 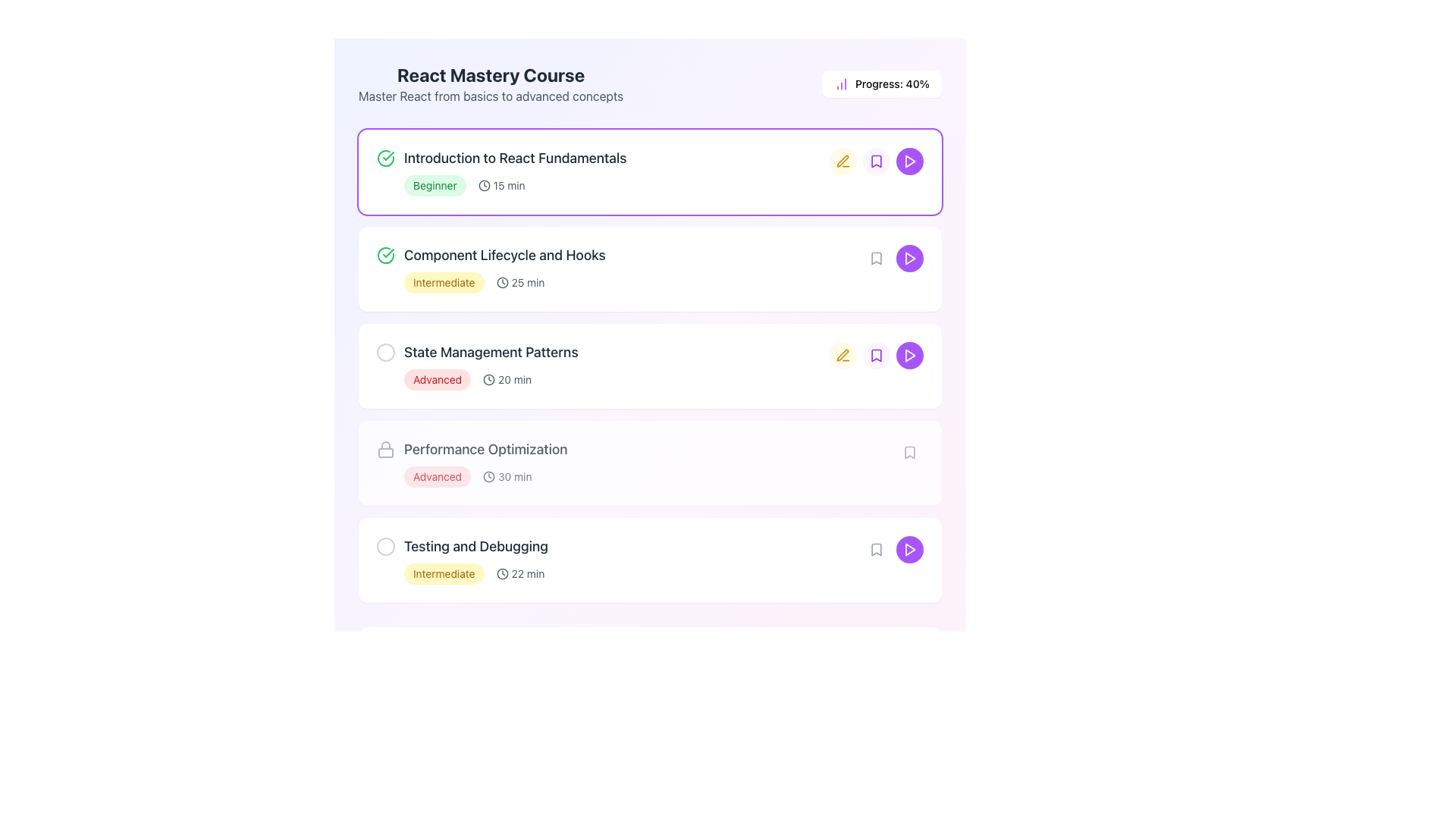 What do you see at coordinates (443, 283) in the screenshot?
I see `the 'Intermediate' label` at bounding box center [443, 283].